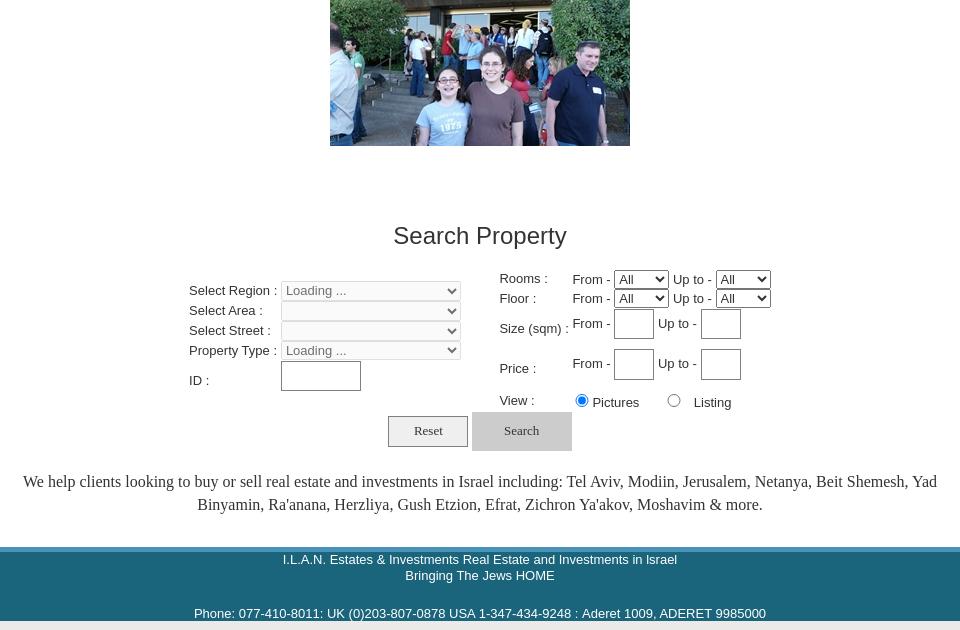 This screenshot has width=960, height=630. I want to click on 'View :', so click(517, 399).